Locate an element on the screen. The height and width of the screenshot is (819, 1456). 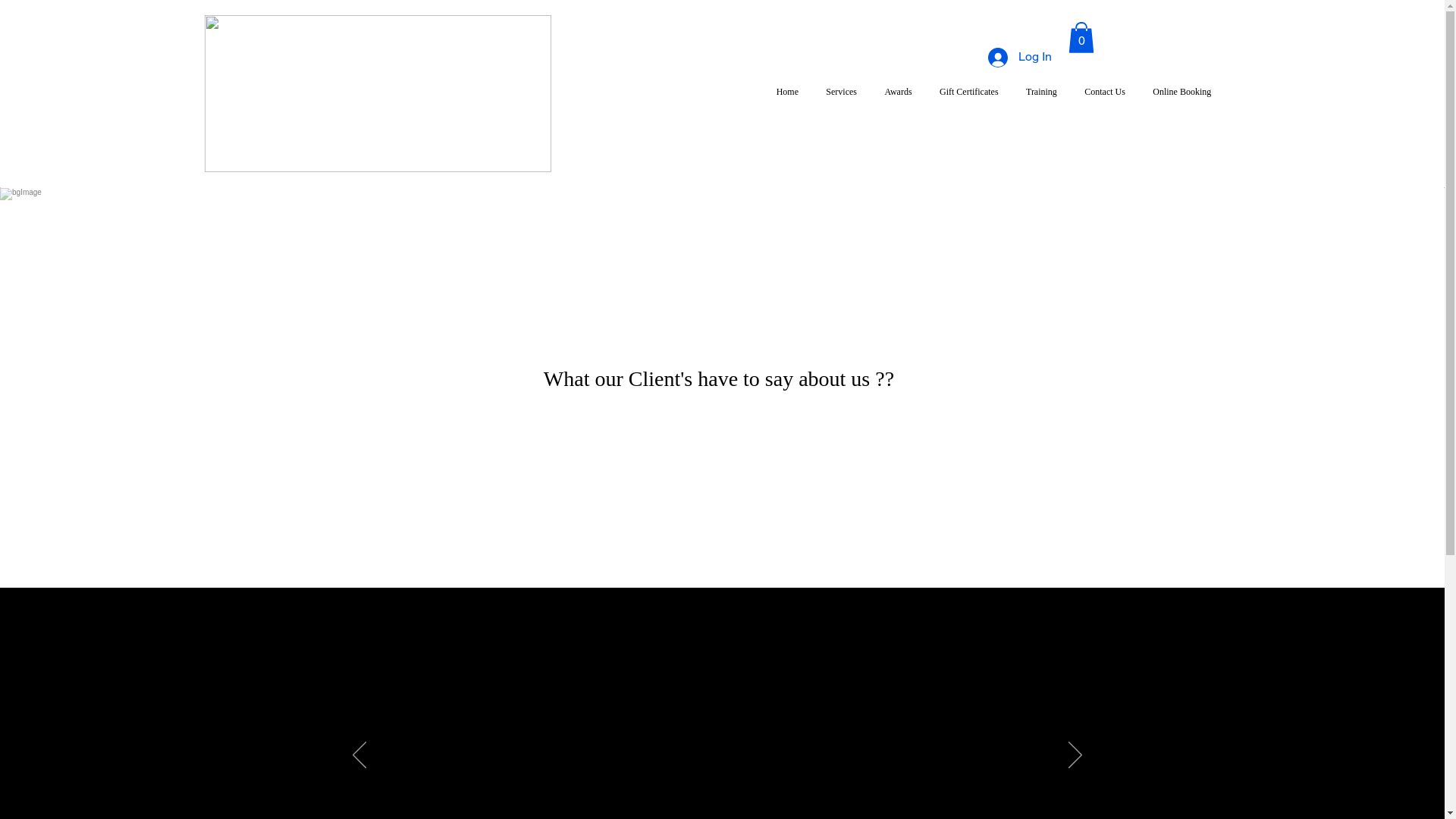
'Online Booking' is located at coordinates (1181, 91).